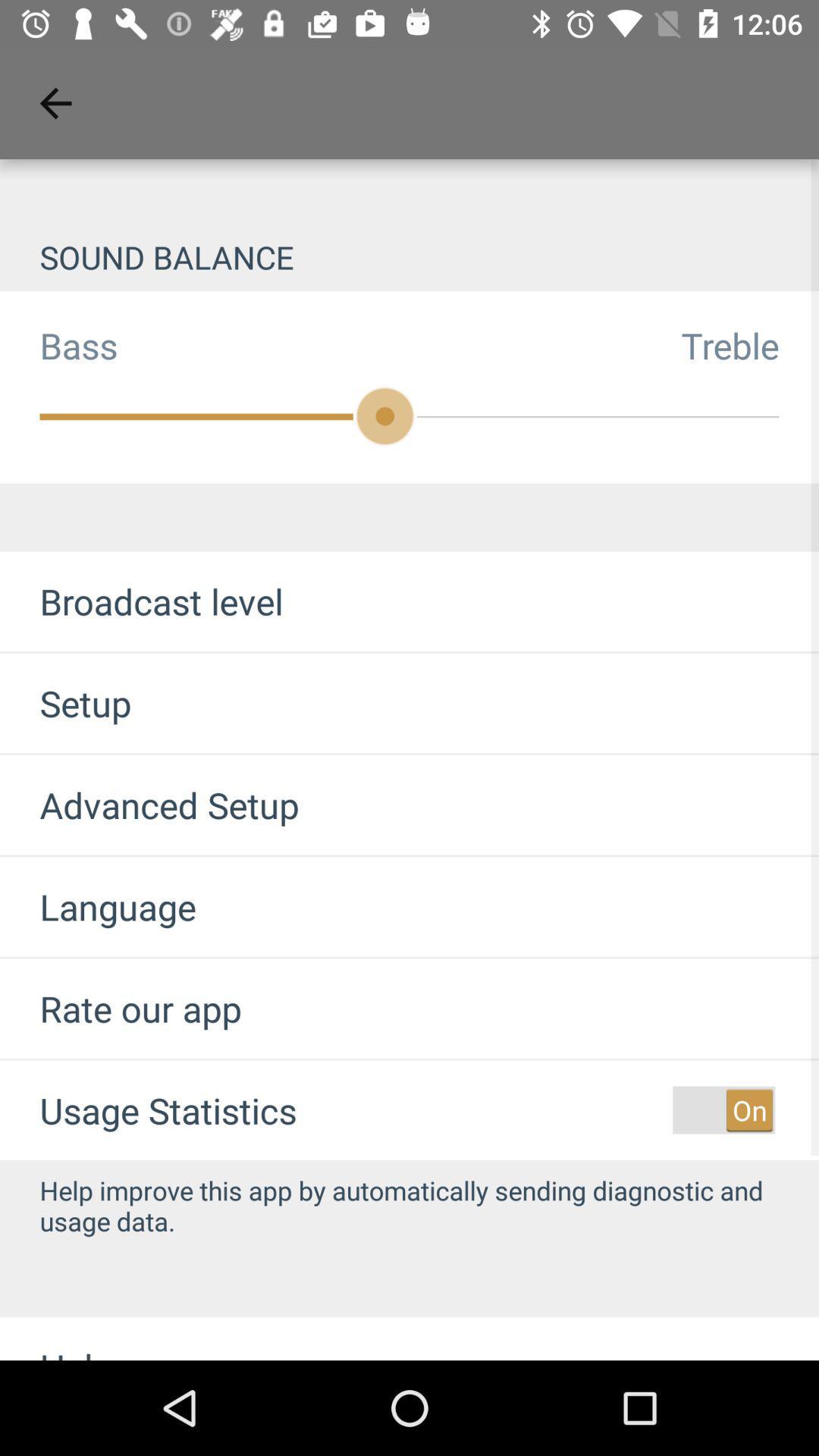  What do you see at coordinates (409, 257) in the screenshot?
I see `the sound balance item` at bounding box center [409, 257].